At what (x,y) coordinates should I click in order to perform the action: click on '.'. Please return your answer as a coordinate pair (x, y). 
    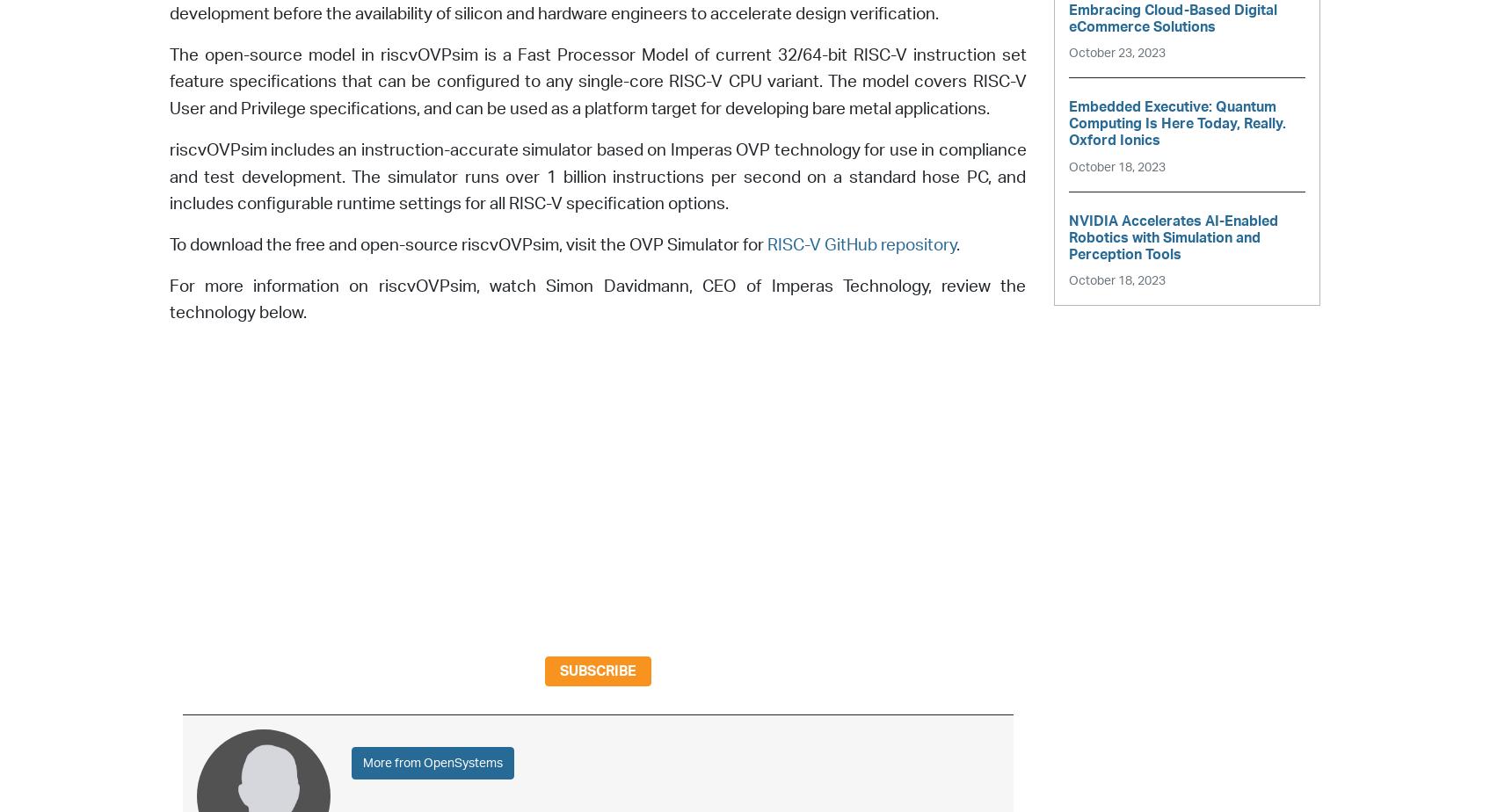
    Looking at the image, I should click on (957, 245).